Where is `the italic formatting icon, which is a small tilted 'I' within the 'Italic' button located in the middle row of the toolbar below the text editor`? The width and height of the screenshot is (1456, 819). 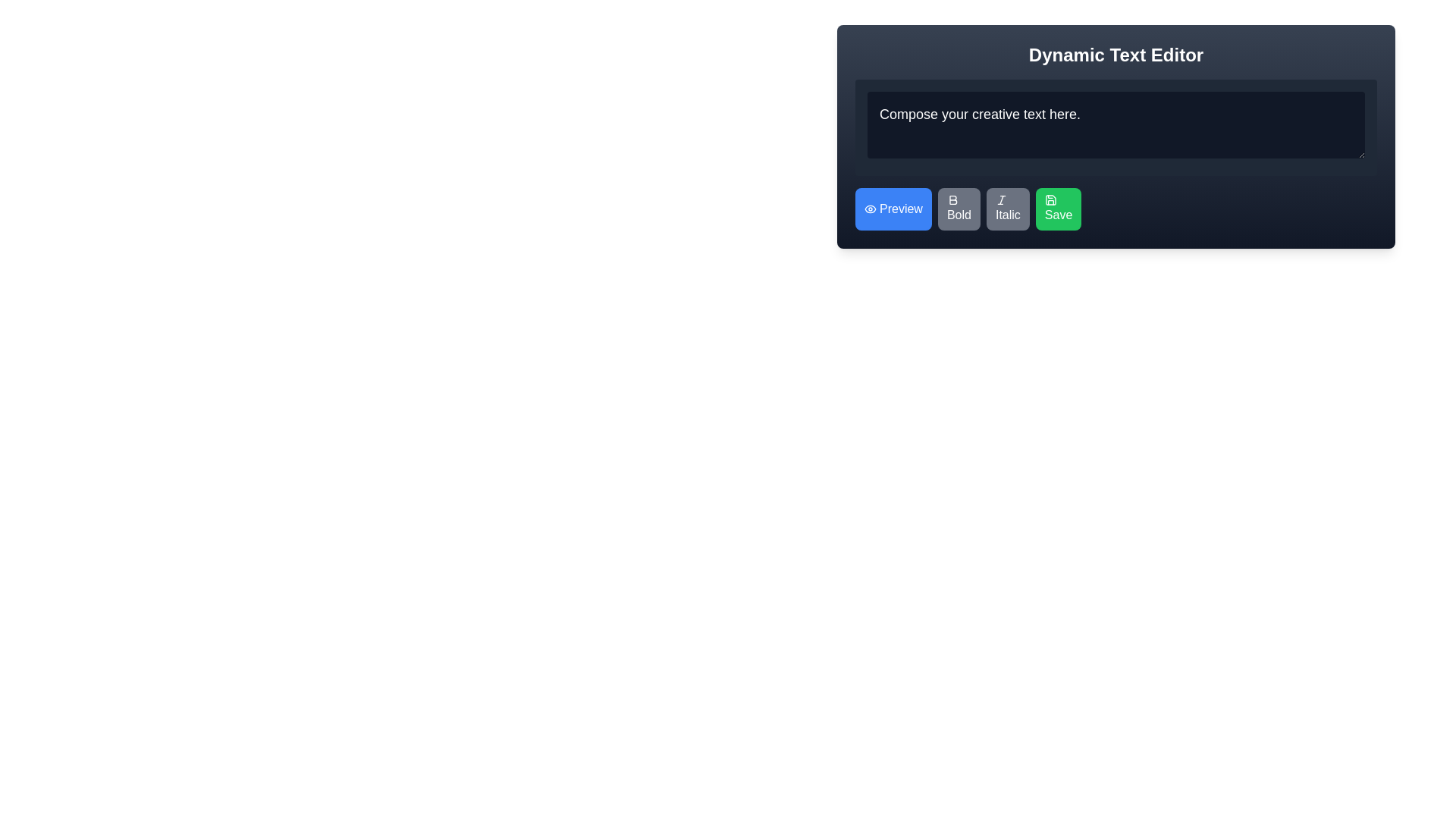 the italic formatting icon, which is a small tilted 'I' within the 'Italic' button located in the middle row of the toolbar below the text editor is located at coordinates (1001, 199).